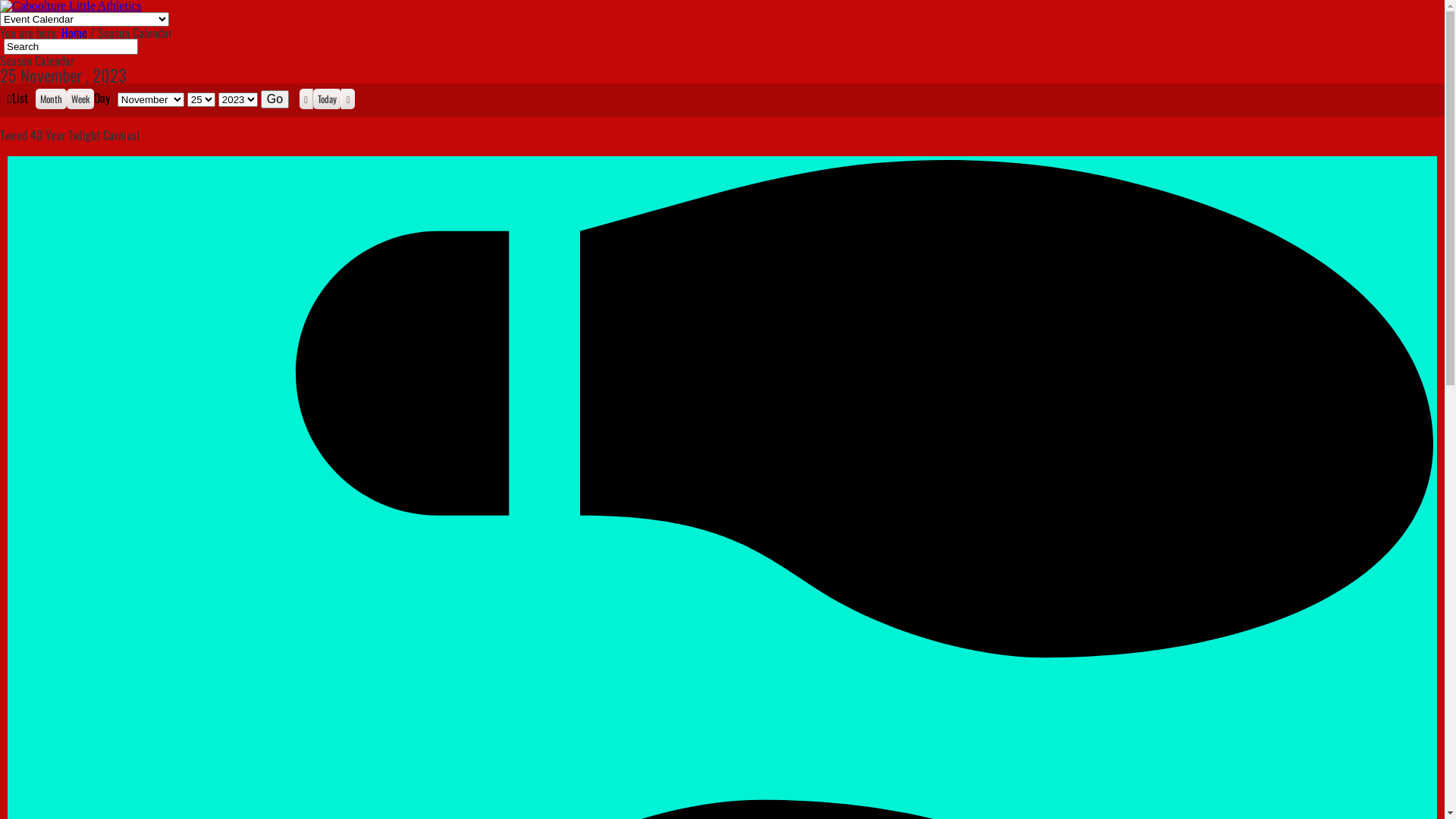 The width and height of the screenshot is (1456, 819). I want to click on 'Go', so click(275, 99).